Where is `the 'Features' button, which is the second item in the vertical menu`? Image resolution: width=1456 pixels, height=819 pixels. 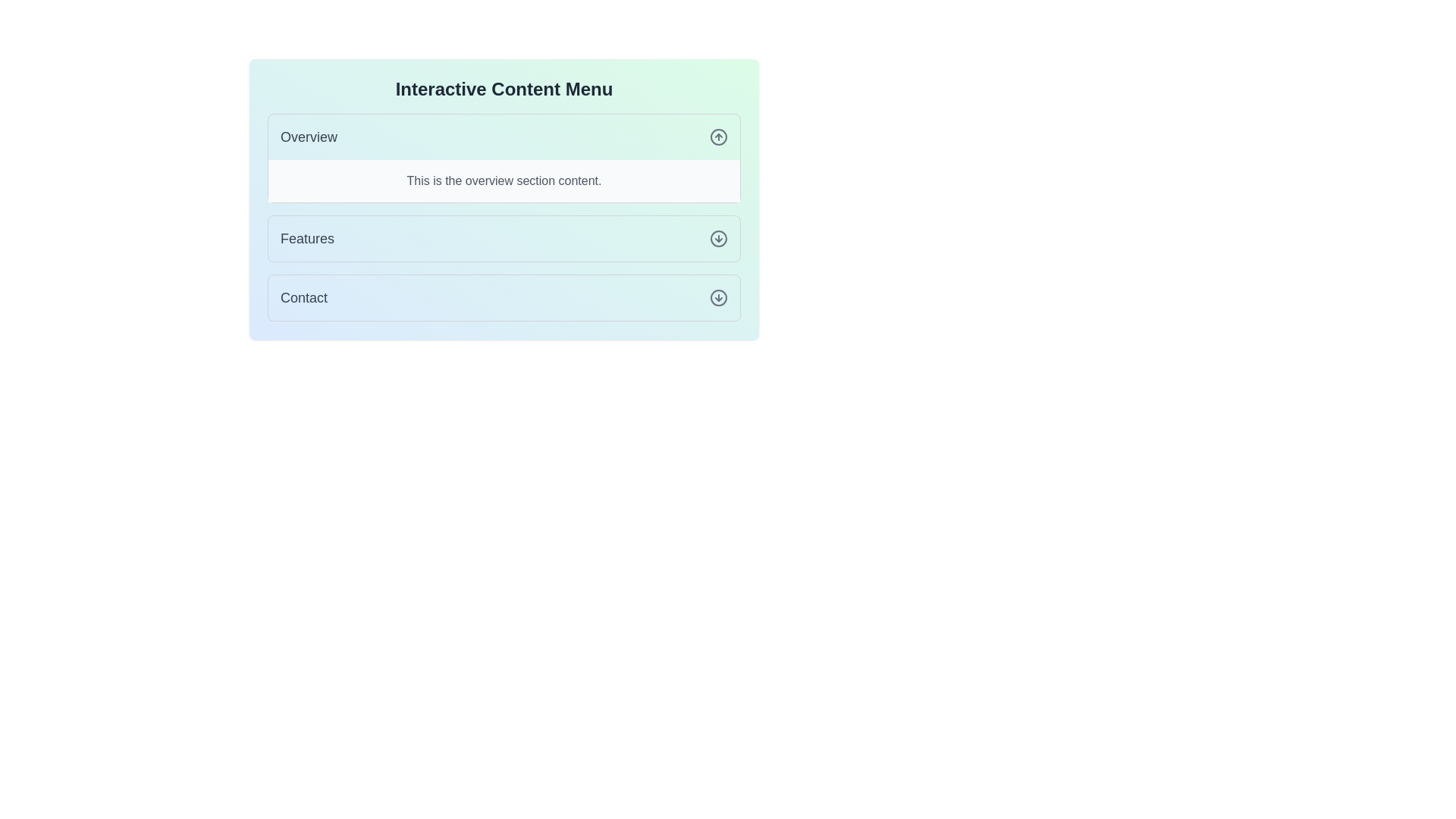
the 'Features' button, which is the second item in the vertical menu is located at coordinates (504, 239).